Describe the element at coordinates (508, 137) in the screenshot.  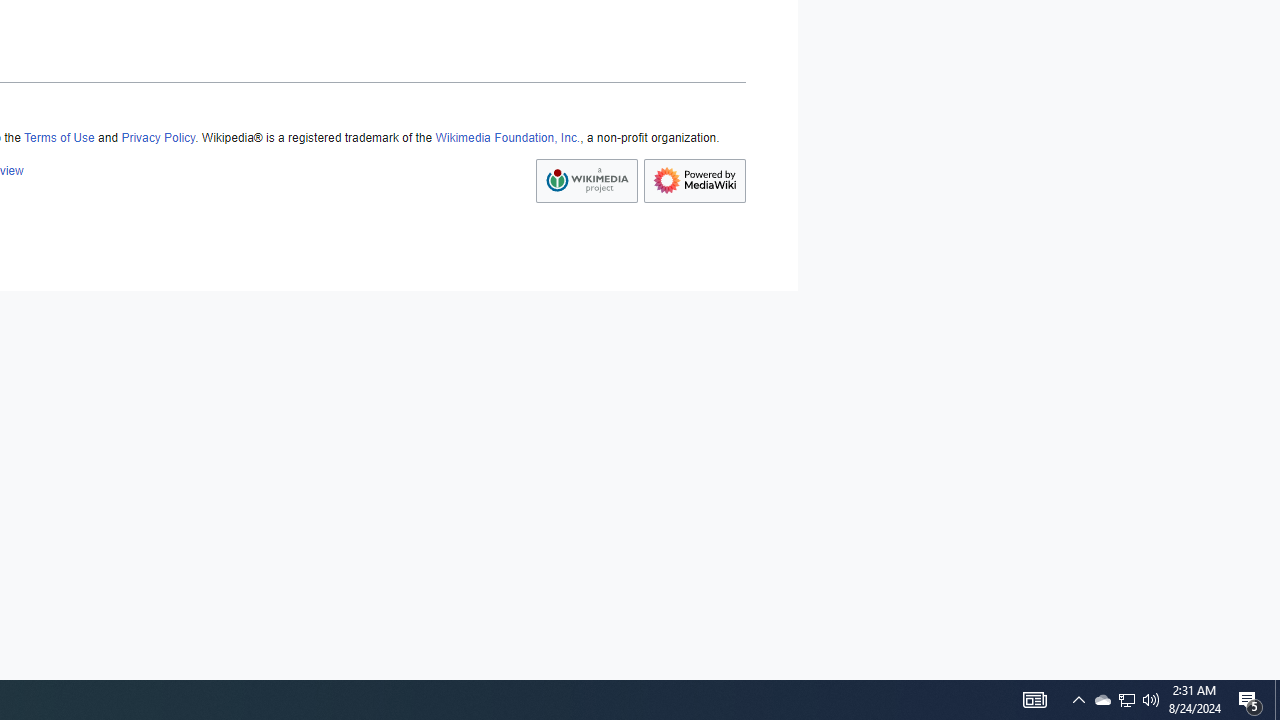
I see `'Wikimedia Foundation, Inc.'` at that location.